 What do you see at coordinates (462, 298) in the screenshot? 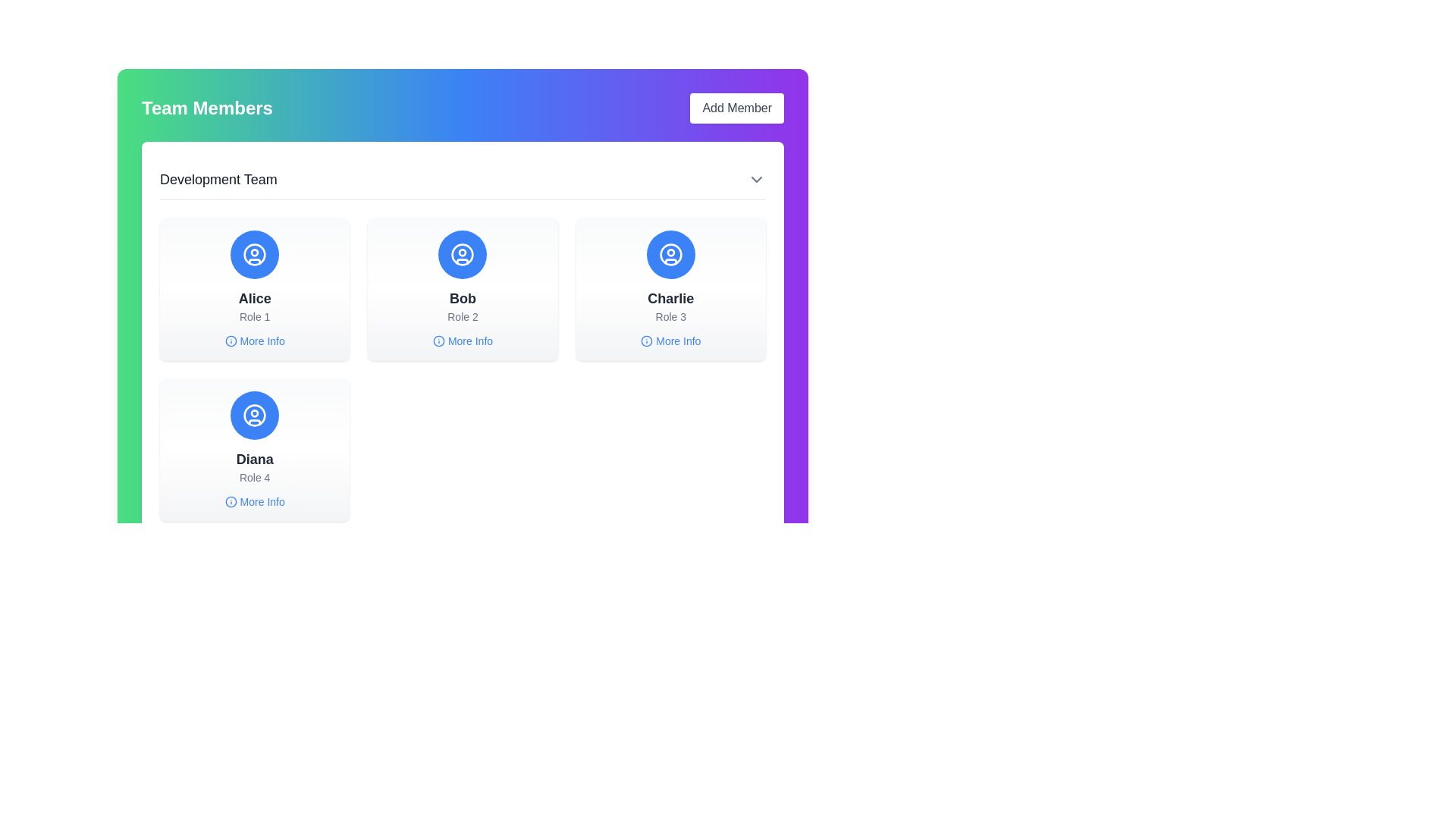
I see `the text label displaying 'Bob' in bold, dark gray font, located centrally within 'Bob's card' to bring up additional options or a context menu` at bounding box center [462, 298].